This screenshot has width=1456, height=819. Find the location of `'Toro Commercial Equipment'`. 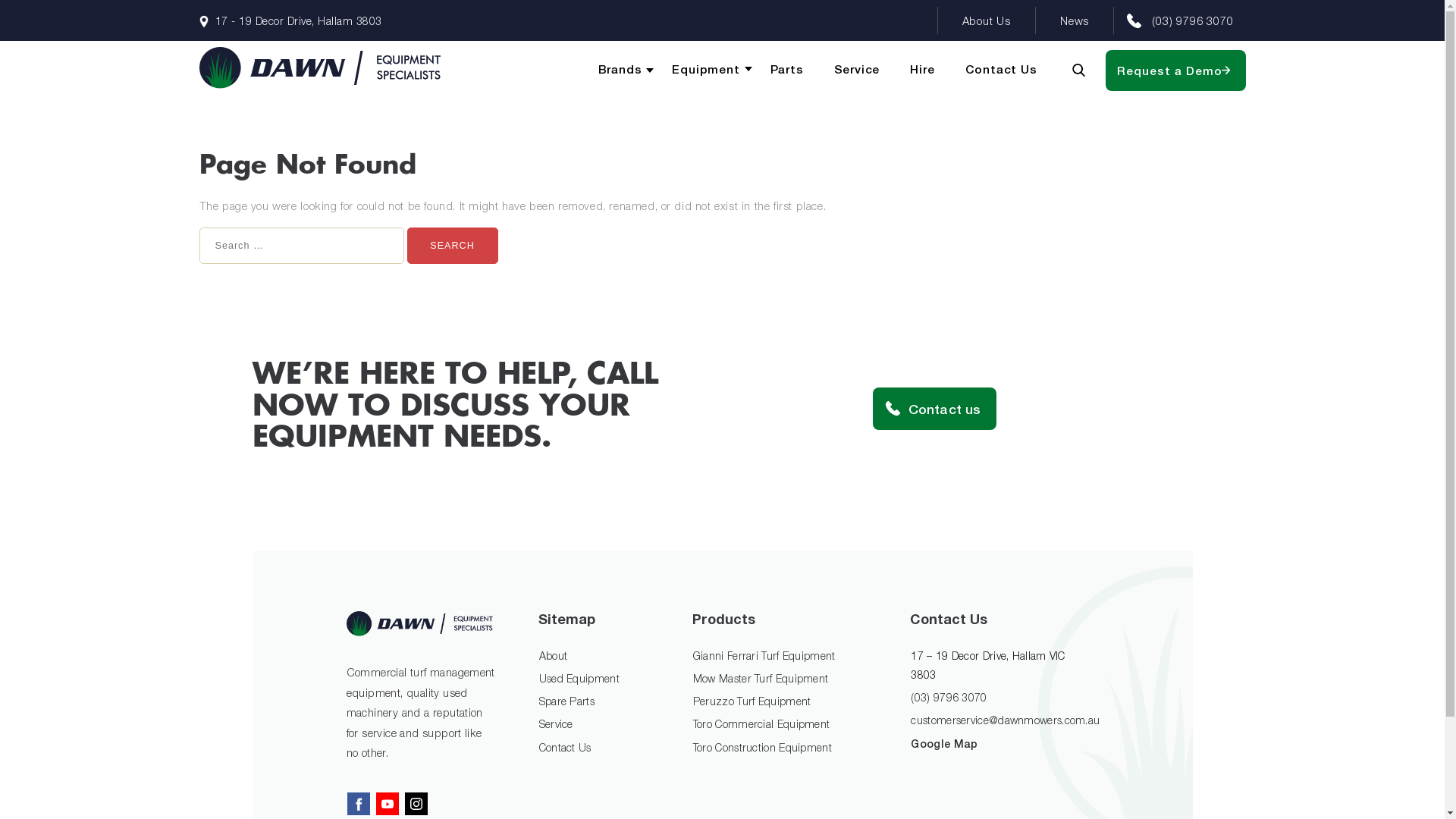

'Toro Commercial Equipment' is located at coordinates (692, 723).